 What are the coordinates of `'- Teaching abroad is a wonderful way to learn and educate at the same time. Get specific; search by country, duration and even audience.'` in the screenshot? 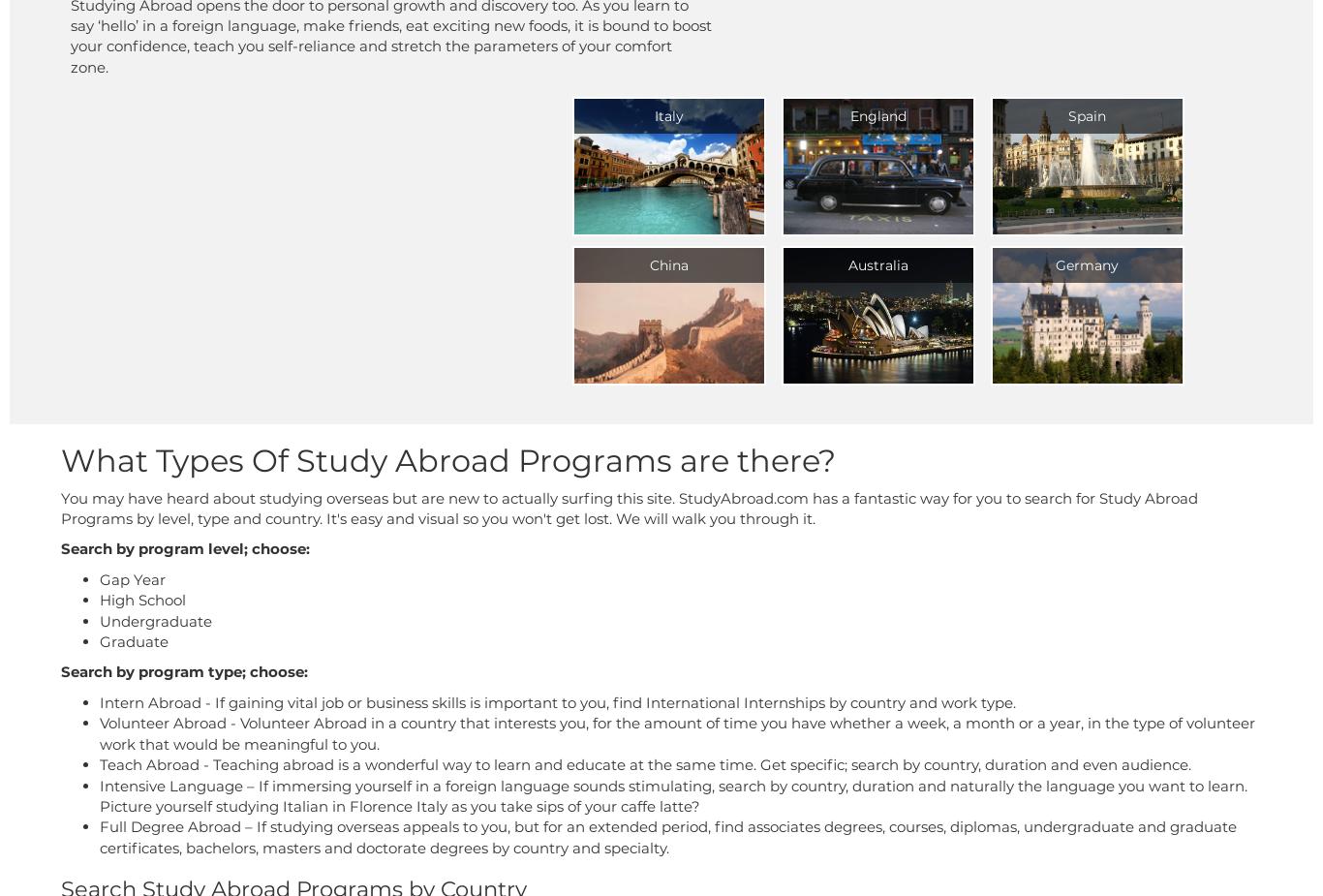 It's located at (201, 764).